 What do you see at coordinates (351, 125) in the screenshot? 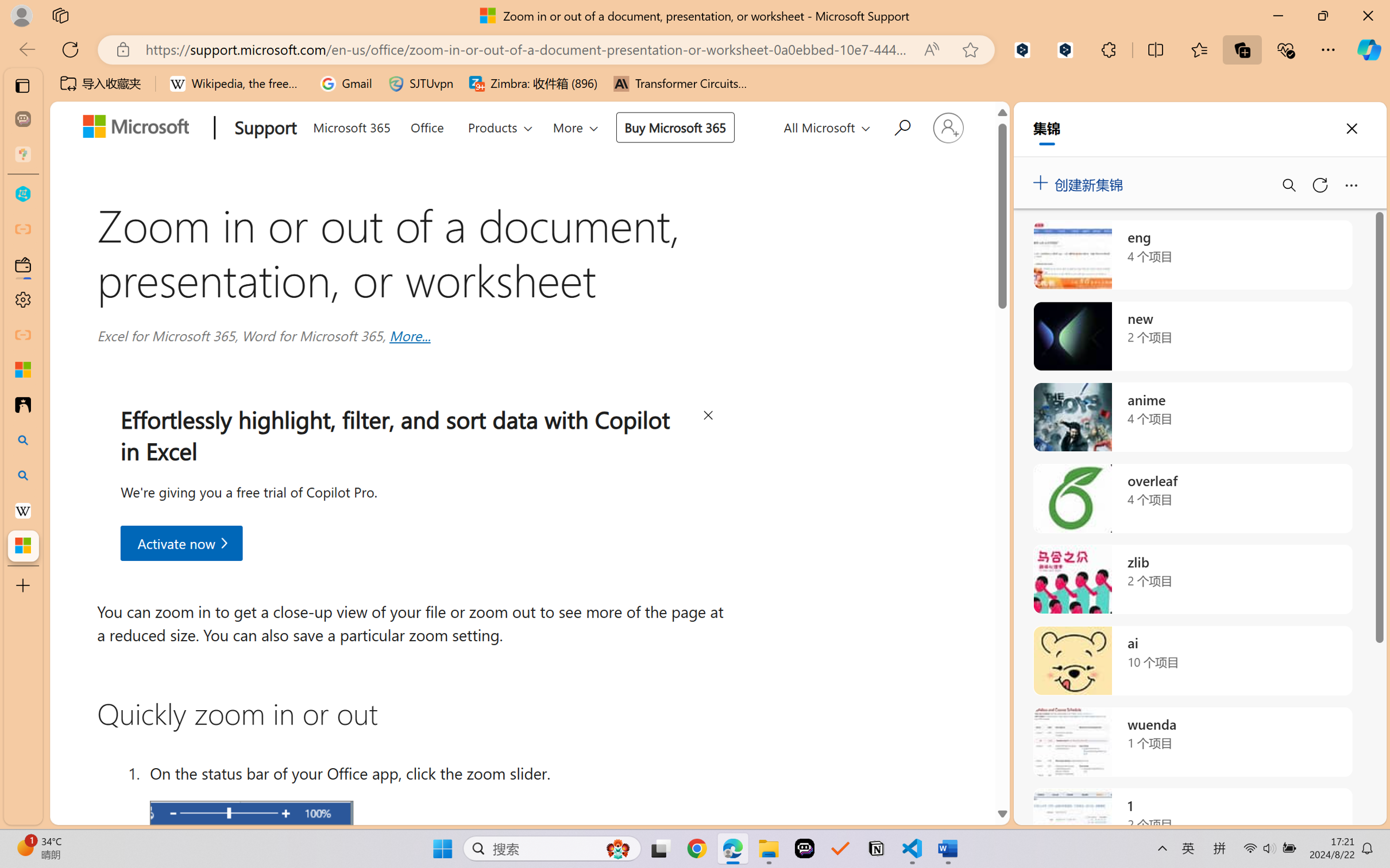
I see `'Microsoft 365'` at bounding box center [351, 125].